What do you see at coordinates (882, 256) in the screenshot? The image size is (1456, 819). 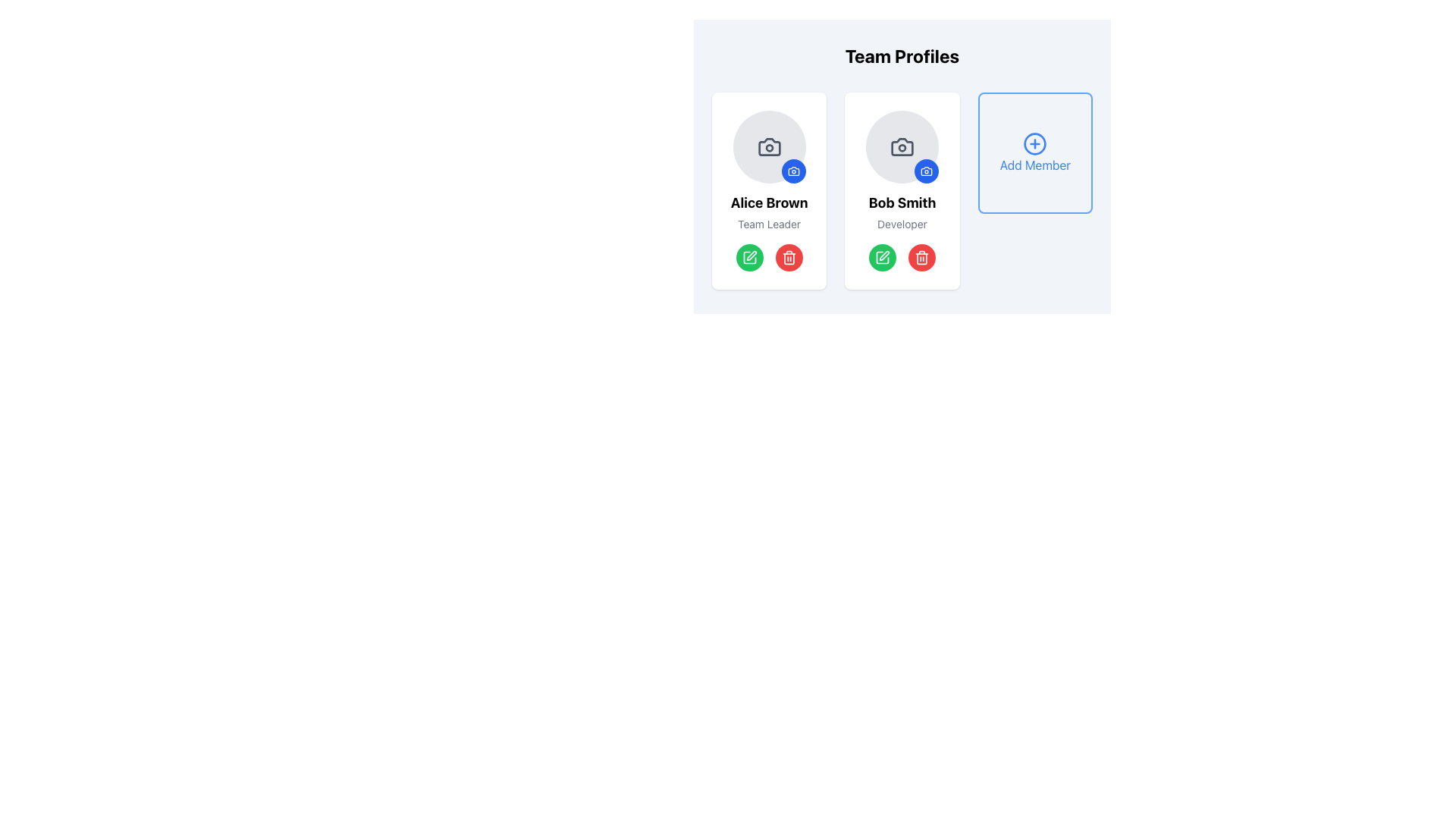 I see `the edit icon button located in the bottom left quadrant of Bob Smith's card in the 'Team Profiles' section` at bounding box center [882, 256].